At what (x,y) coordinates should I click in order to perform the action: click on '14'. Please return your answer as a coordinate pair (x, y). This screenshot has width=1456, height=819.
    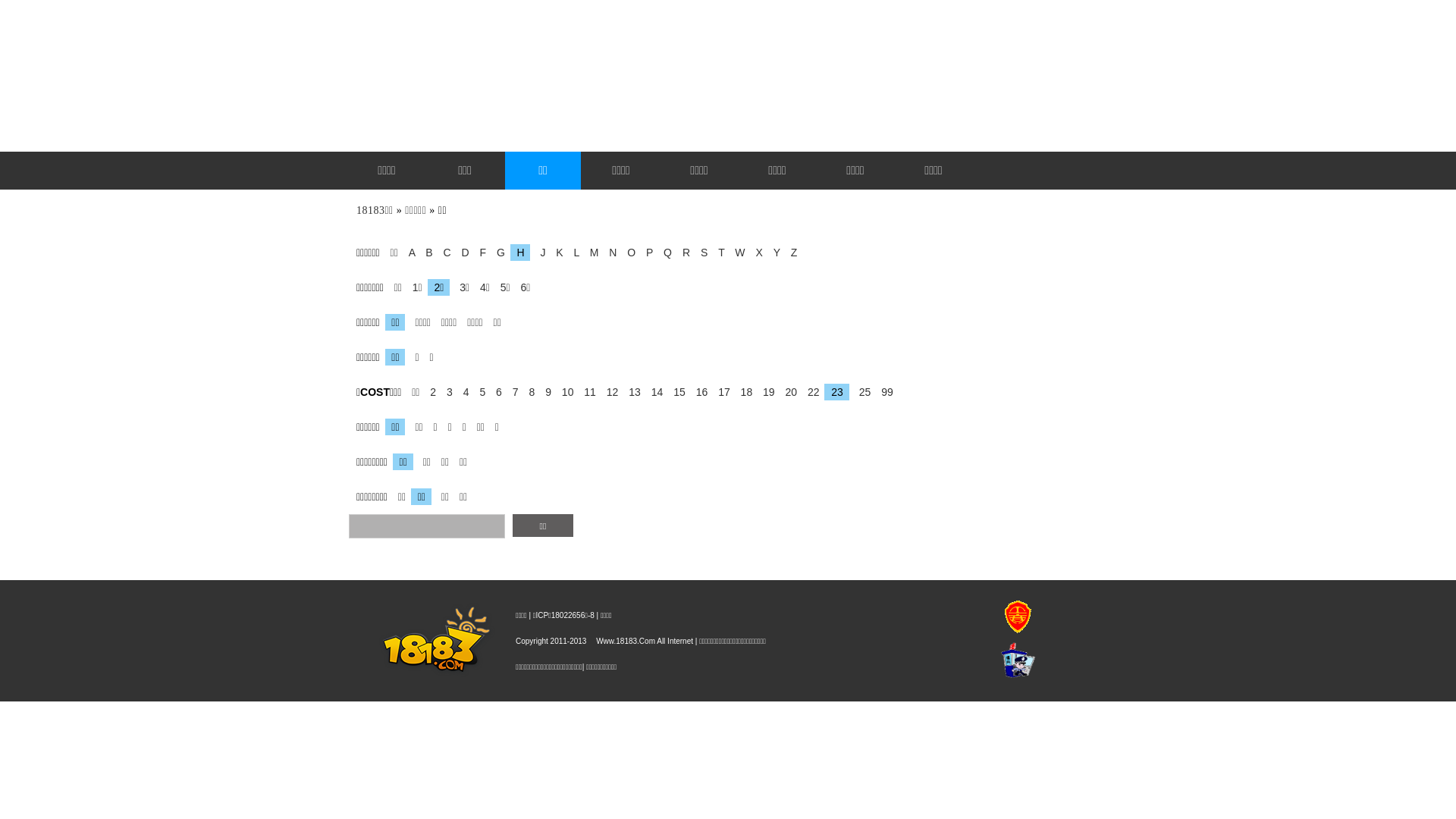
    Looking at the image, I should click on (654, 391).